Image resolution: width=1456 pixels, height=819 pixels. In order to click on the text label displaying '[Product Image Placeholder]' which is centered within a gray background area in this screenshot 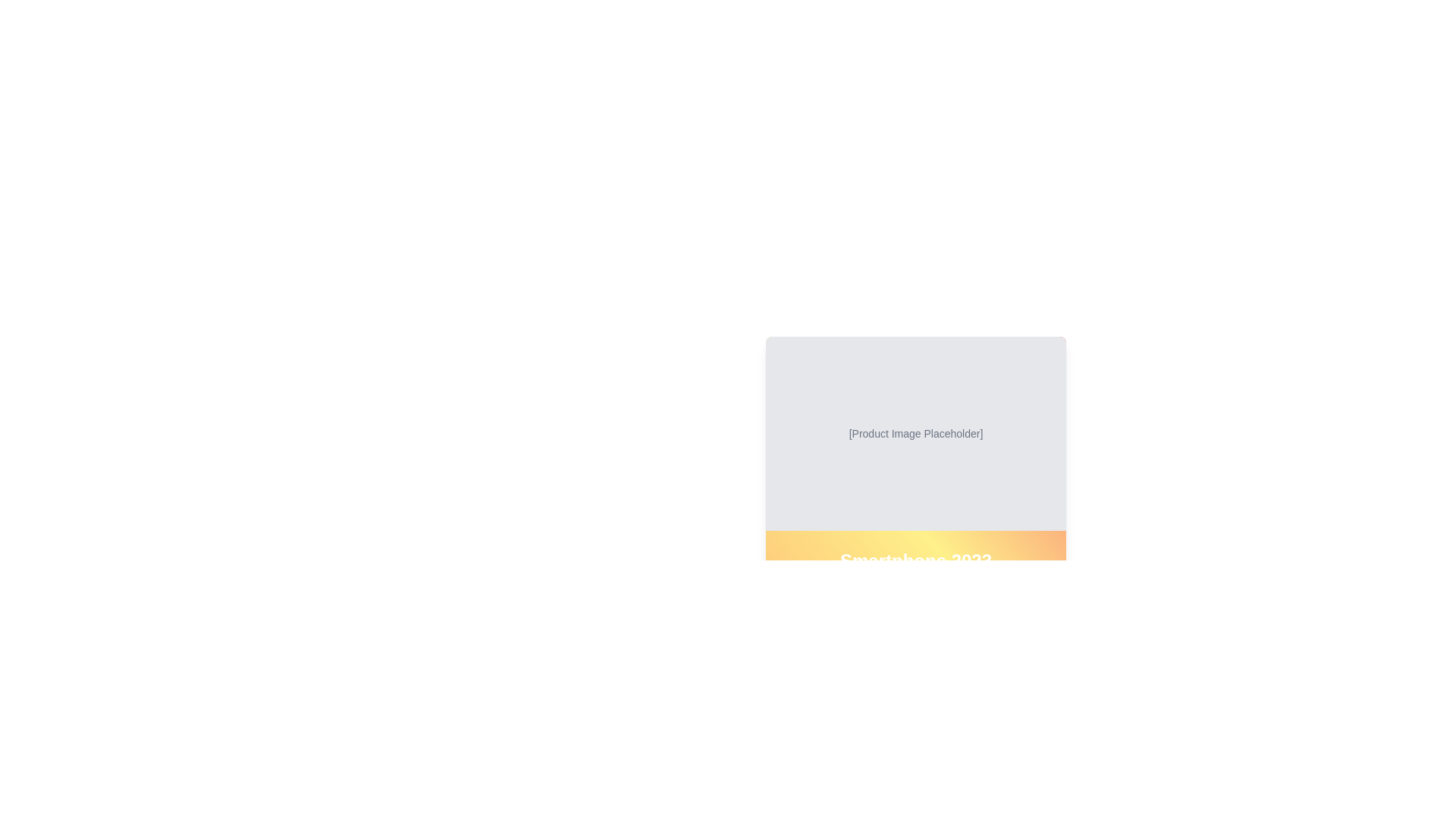, I will do `click(915, 433)`.